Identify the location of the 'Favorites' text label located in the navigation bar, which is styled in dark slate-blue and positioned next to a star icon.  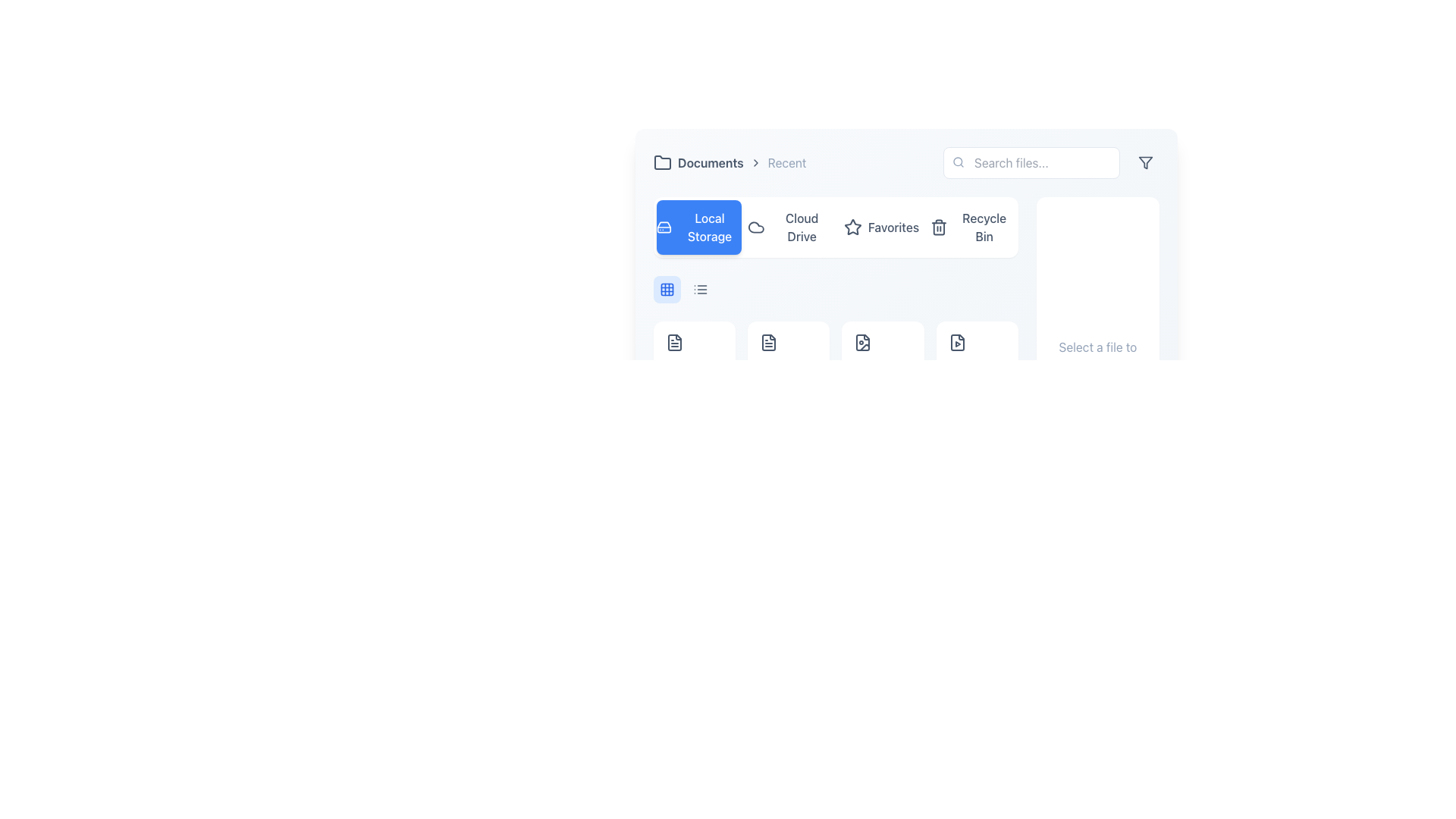
(893, 227).